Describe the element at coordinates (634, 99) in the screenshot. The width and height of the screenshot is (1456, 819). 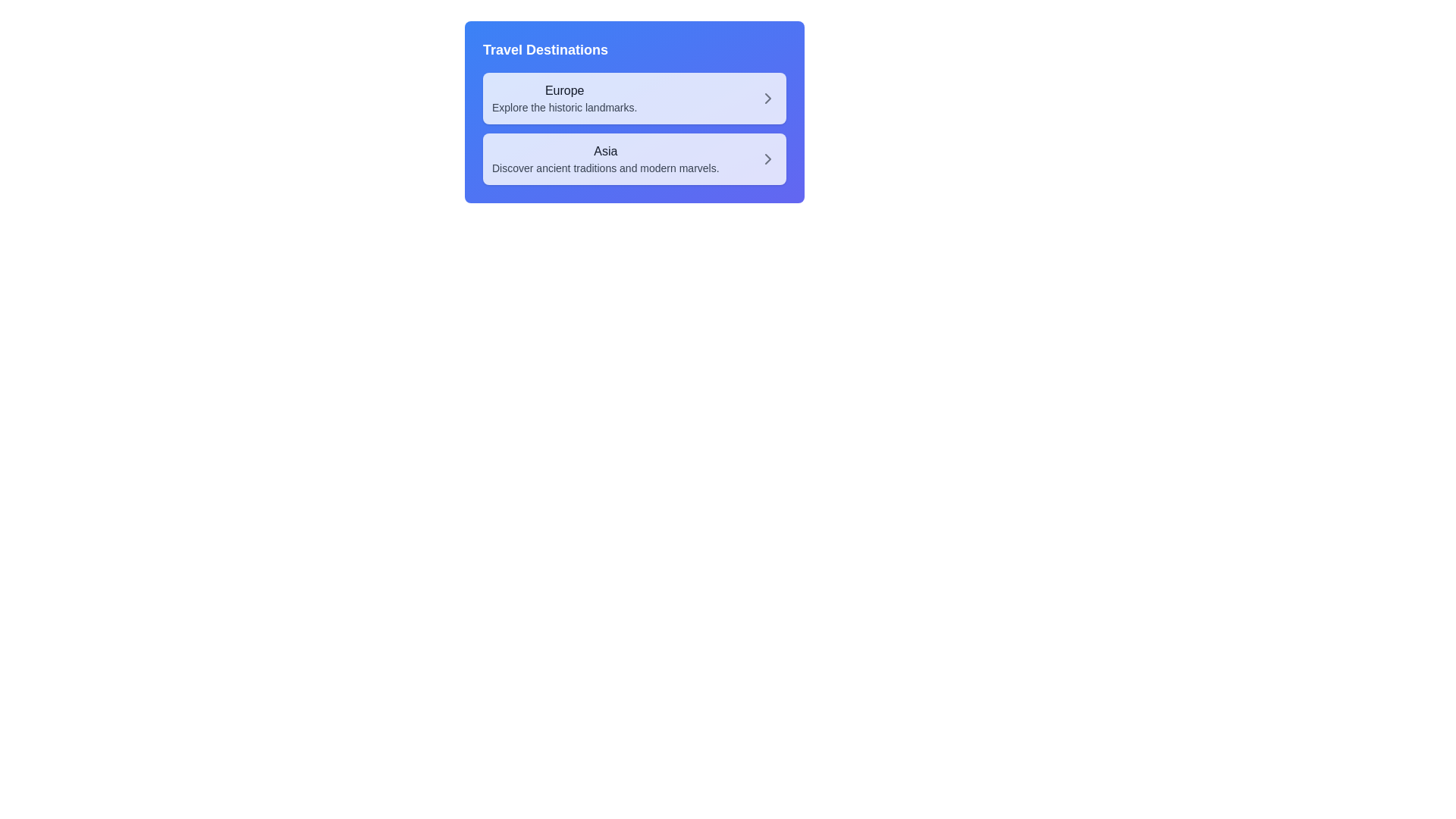
I see `the 'Europe' button with a light background and rounded corners` at that location.